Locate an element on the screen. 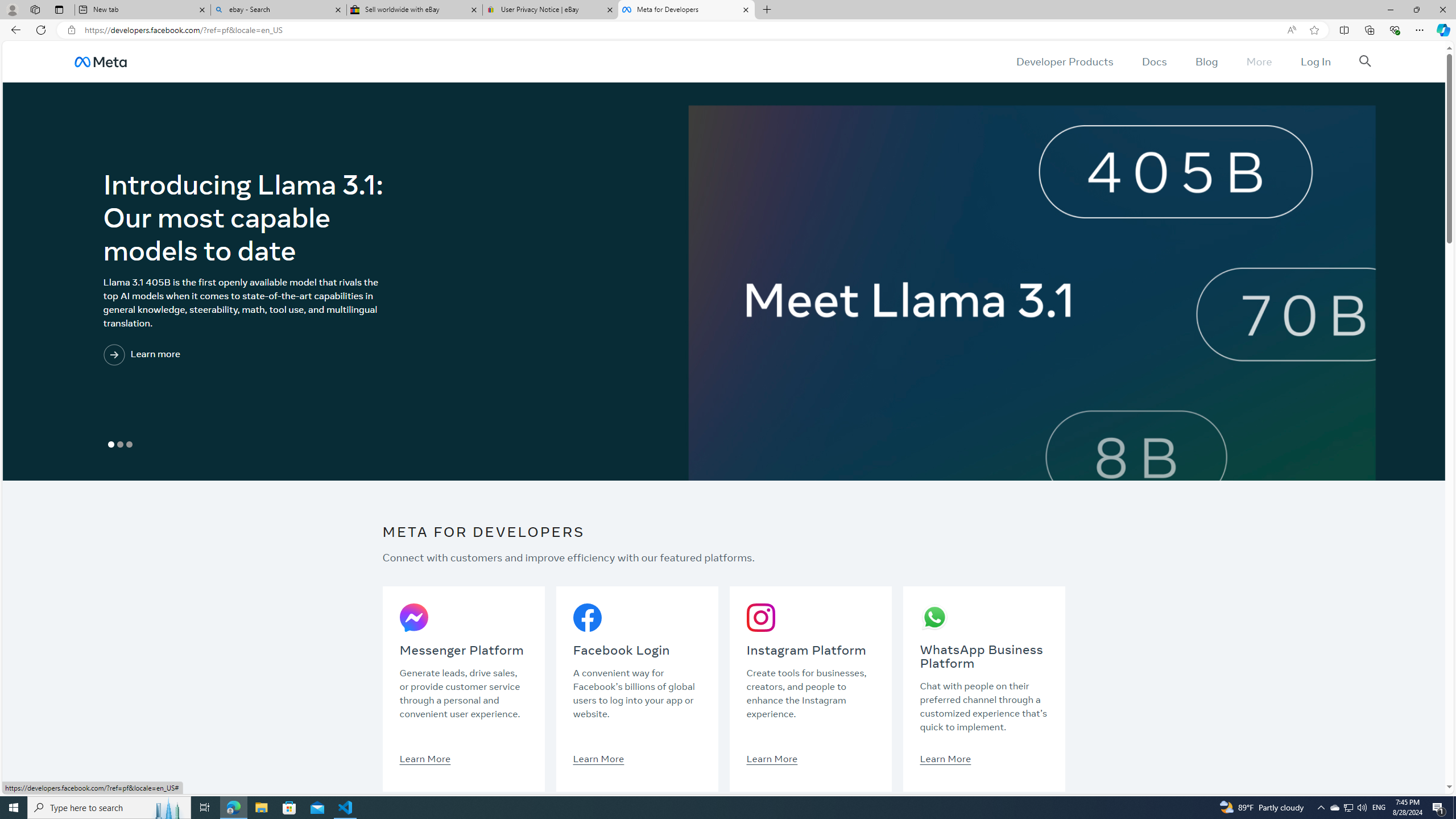 This screenshot has width=1456, height=819. 'More' is located at coordinates (1259, 61).